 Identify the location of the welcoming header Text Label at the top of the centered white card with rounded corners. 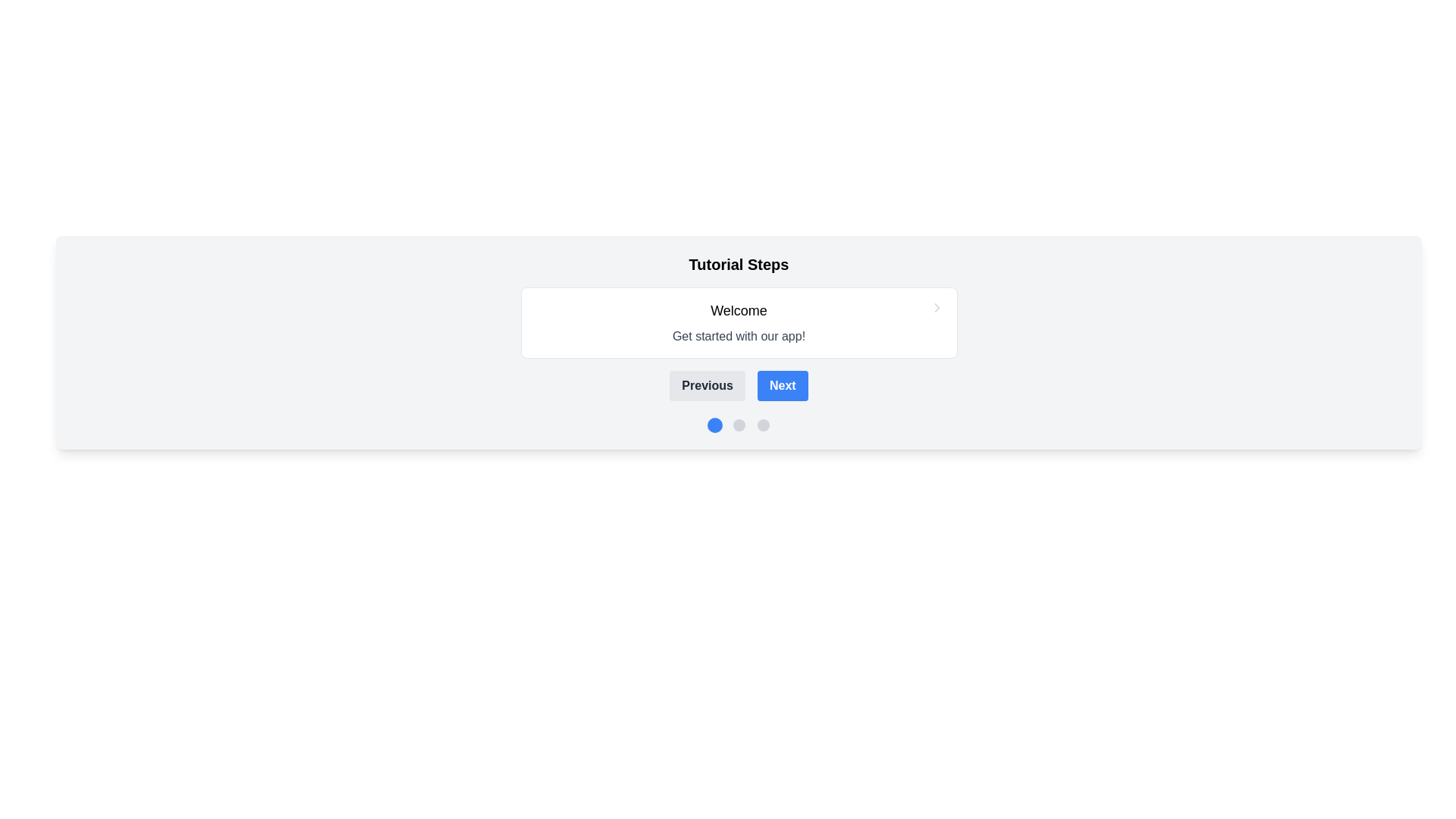
(739, 309).